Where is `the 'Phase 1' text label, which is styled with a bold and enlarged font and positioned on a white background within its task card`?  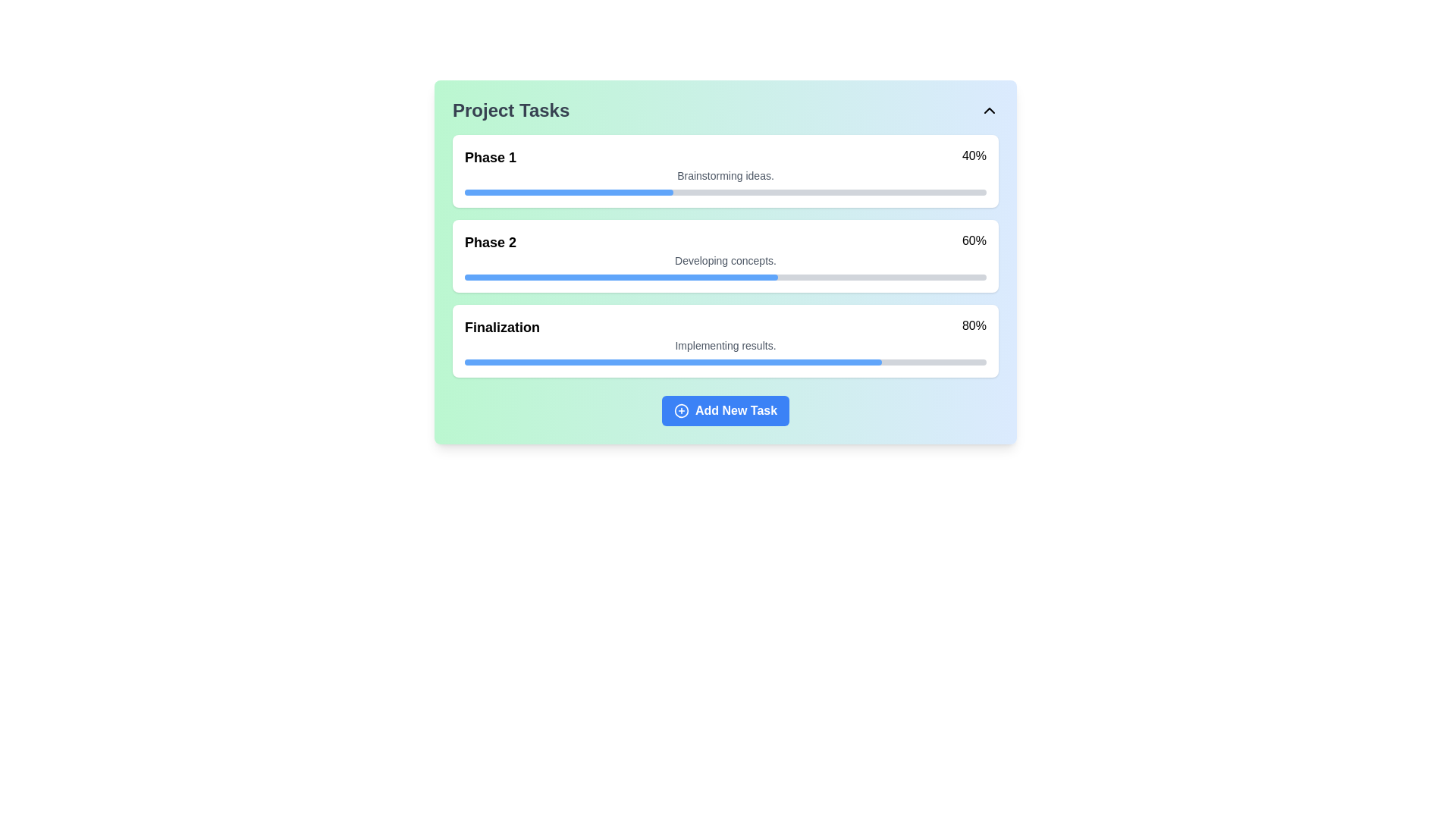 the 'Phase 1' text label, which is styled with a bold and enlarged font and positioned on a white background within its task card is located at coordinates (491, 158).